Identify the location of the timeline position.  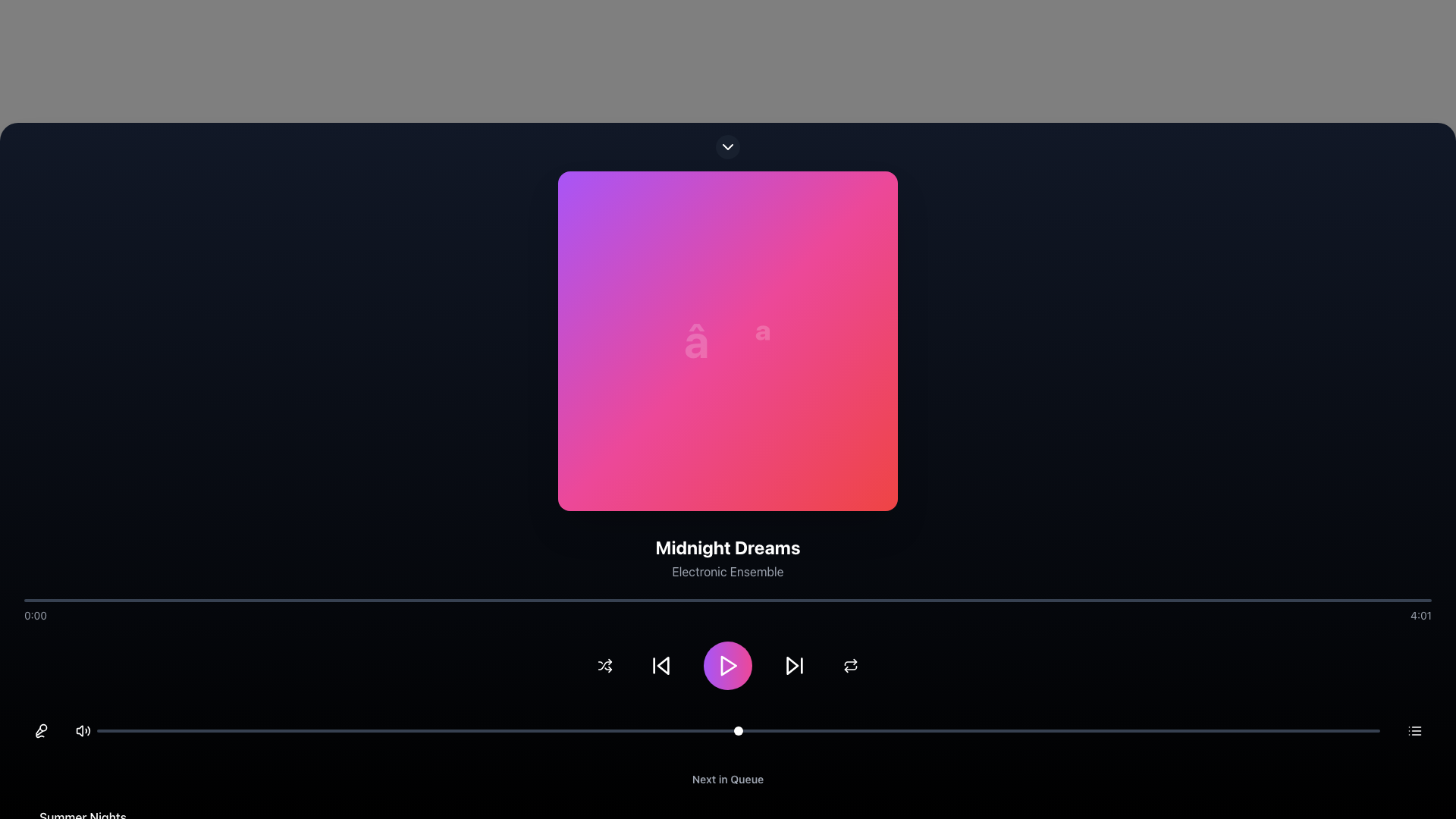
(1174, 730).